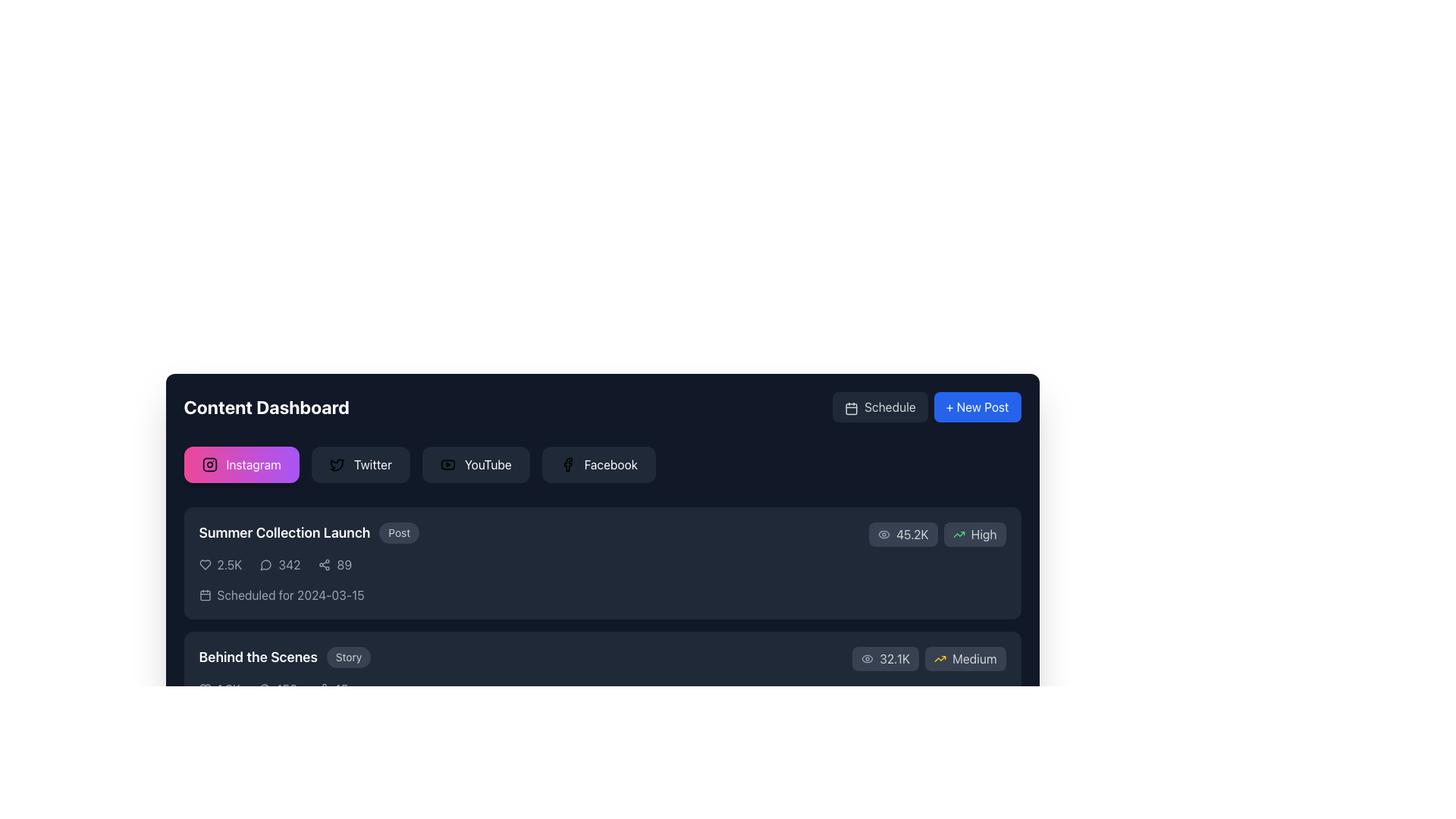  I want to click on displayed number from the Text Label that shows a count of comments, located to the right of the comment-like icon in the lower section of the interface, below the 'Behind the Scenes' section heading, so click(287, 689).